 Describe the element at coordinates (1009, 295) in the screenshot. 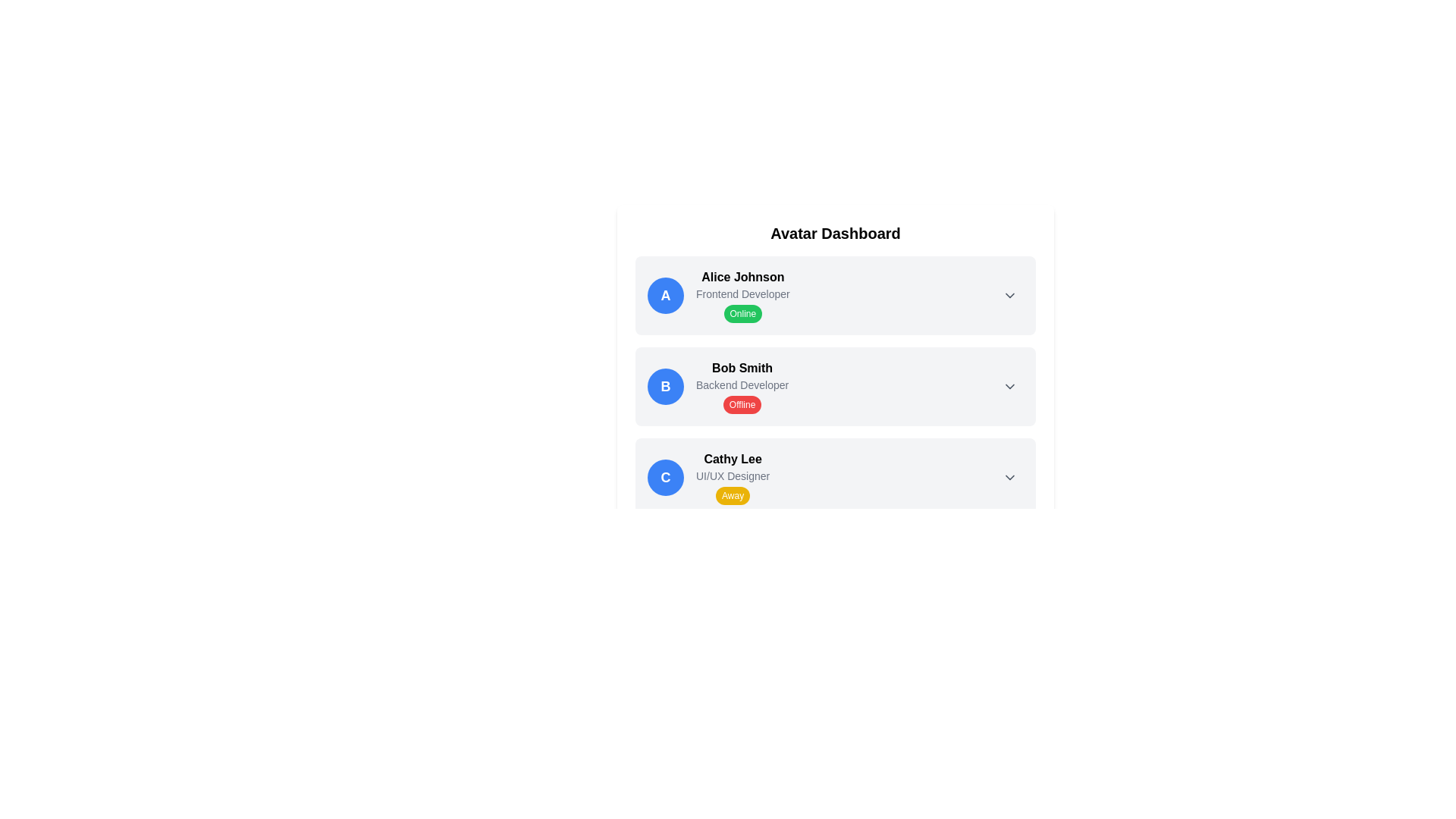

I see `the SVG icon located at the right-hand side of the topmost user card, which aligns horizontally with the user name 'Alice Johnson'` at that location.